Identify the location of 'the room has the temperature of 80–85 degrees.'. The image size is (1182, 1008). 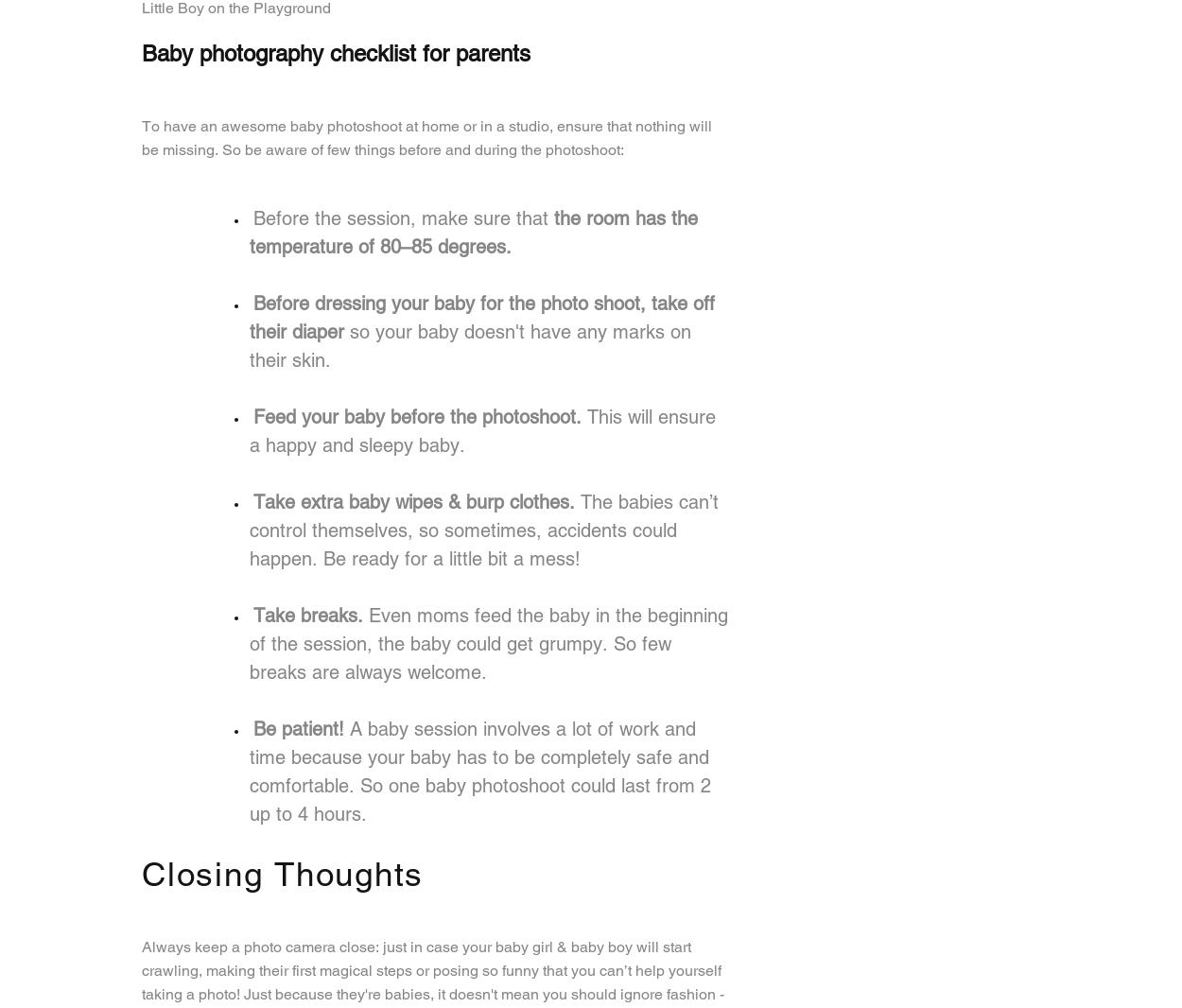
(474, 230).